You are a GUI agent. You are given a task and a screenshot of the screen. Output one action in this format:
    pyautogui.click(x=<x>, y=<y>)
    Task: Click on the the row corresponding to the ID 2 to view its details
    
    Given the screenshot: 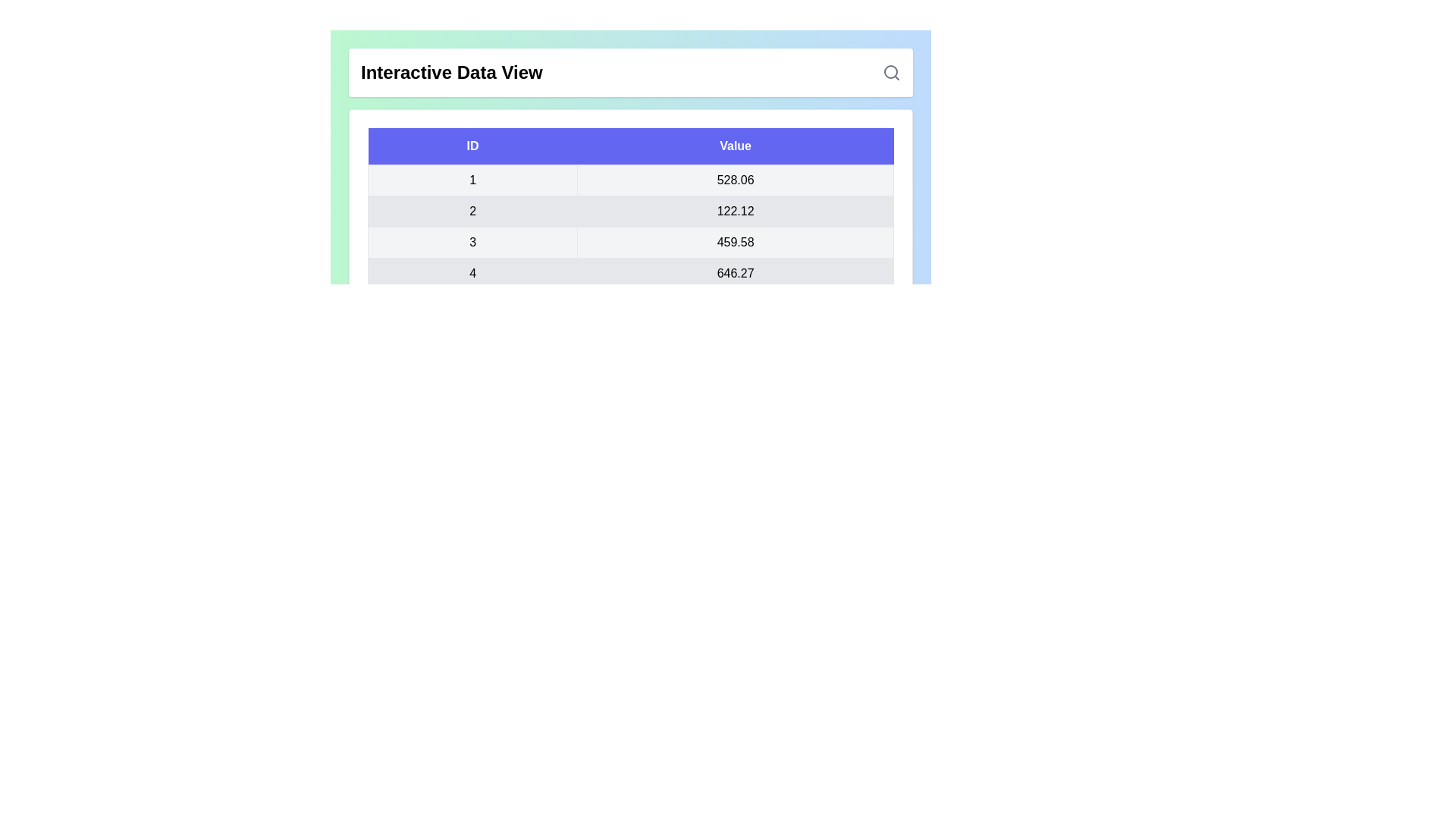 What is the action you would take?
    pyautogui.click(x=472, y=211)
    